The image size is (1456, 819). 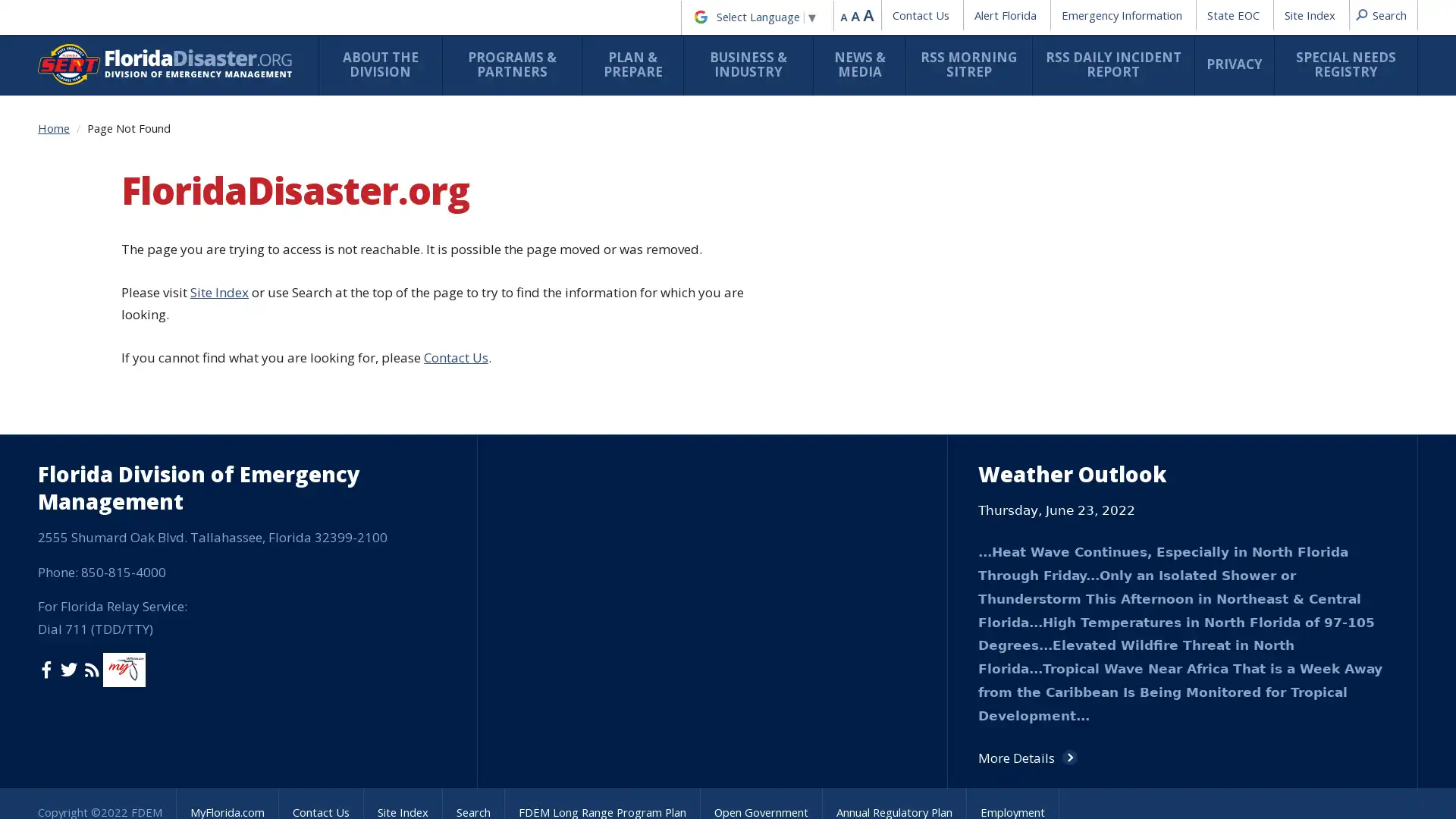 I want to click on Toggle More, so click(x=455, y=425).